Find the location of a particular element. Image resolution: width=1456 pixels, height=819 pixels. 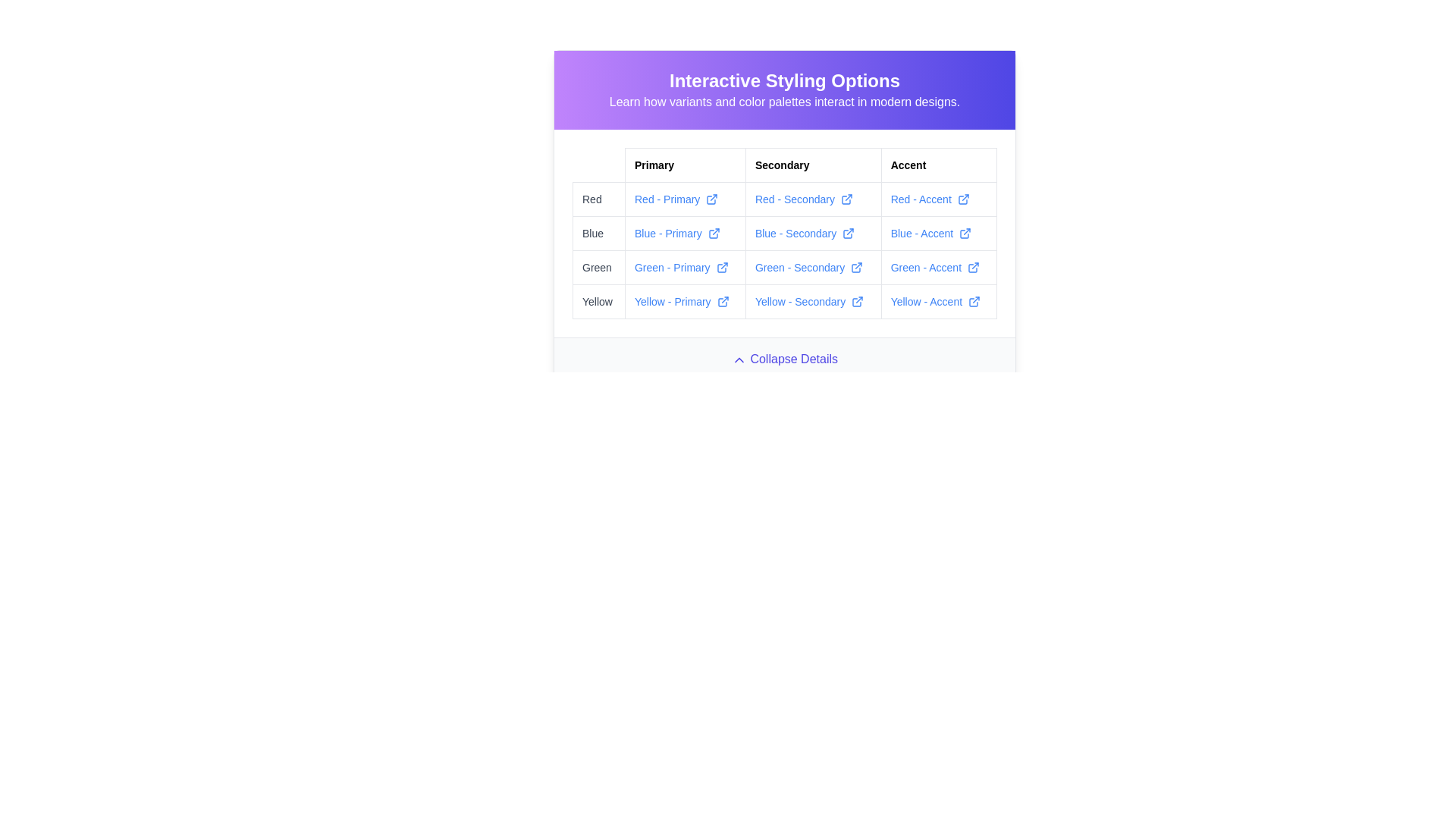

the bold blue text hyperlink saying 'Red - Primary' located in the first row and second column of the table under the 'Primary' column header is located at coordinates (676, 198).